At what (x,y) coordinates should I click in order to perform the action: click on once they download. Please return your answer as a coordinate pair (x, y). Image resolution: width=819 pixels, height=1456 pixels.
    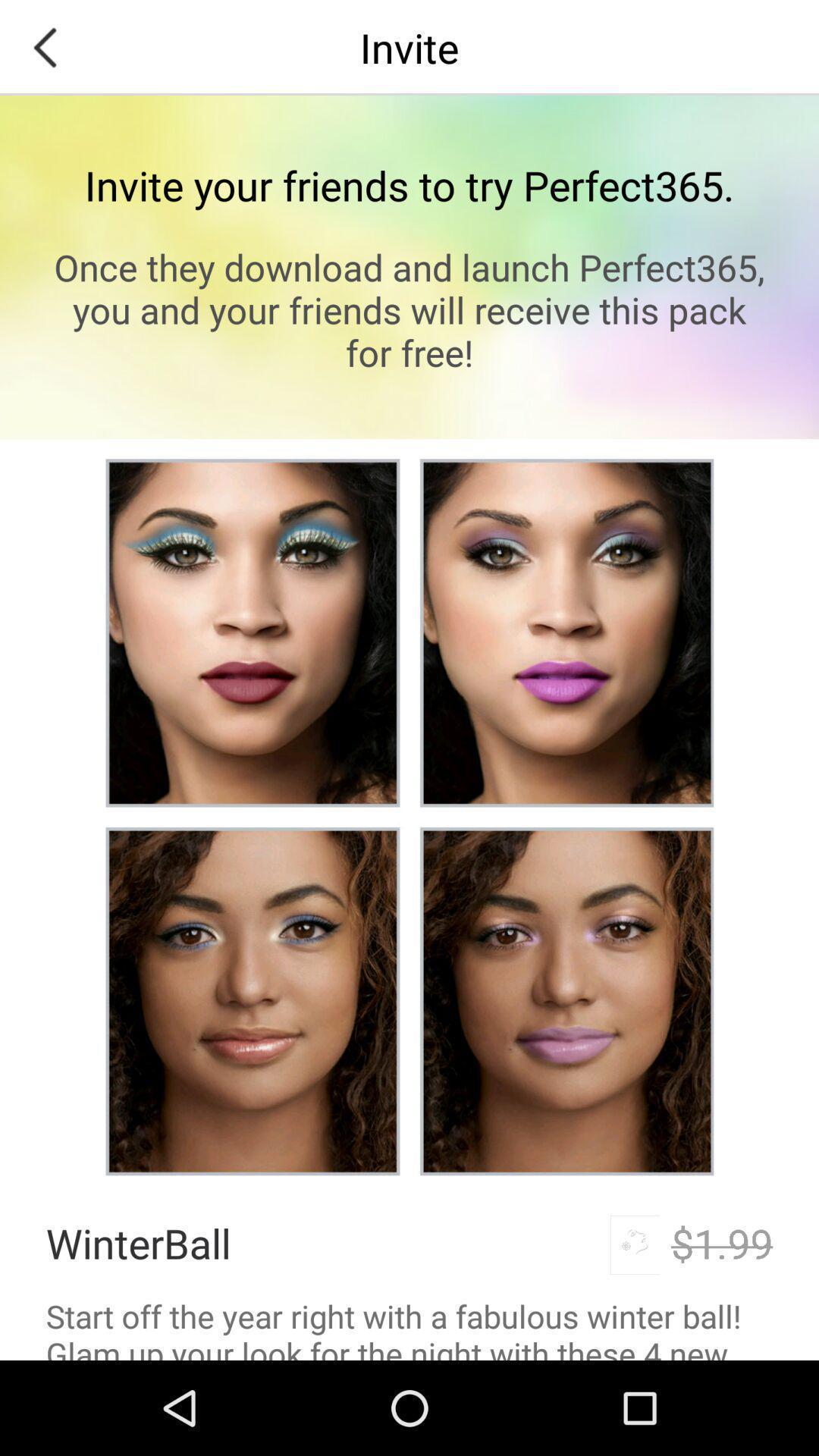
    Looking at the image, I should click on (409, 309).